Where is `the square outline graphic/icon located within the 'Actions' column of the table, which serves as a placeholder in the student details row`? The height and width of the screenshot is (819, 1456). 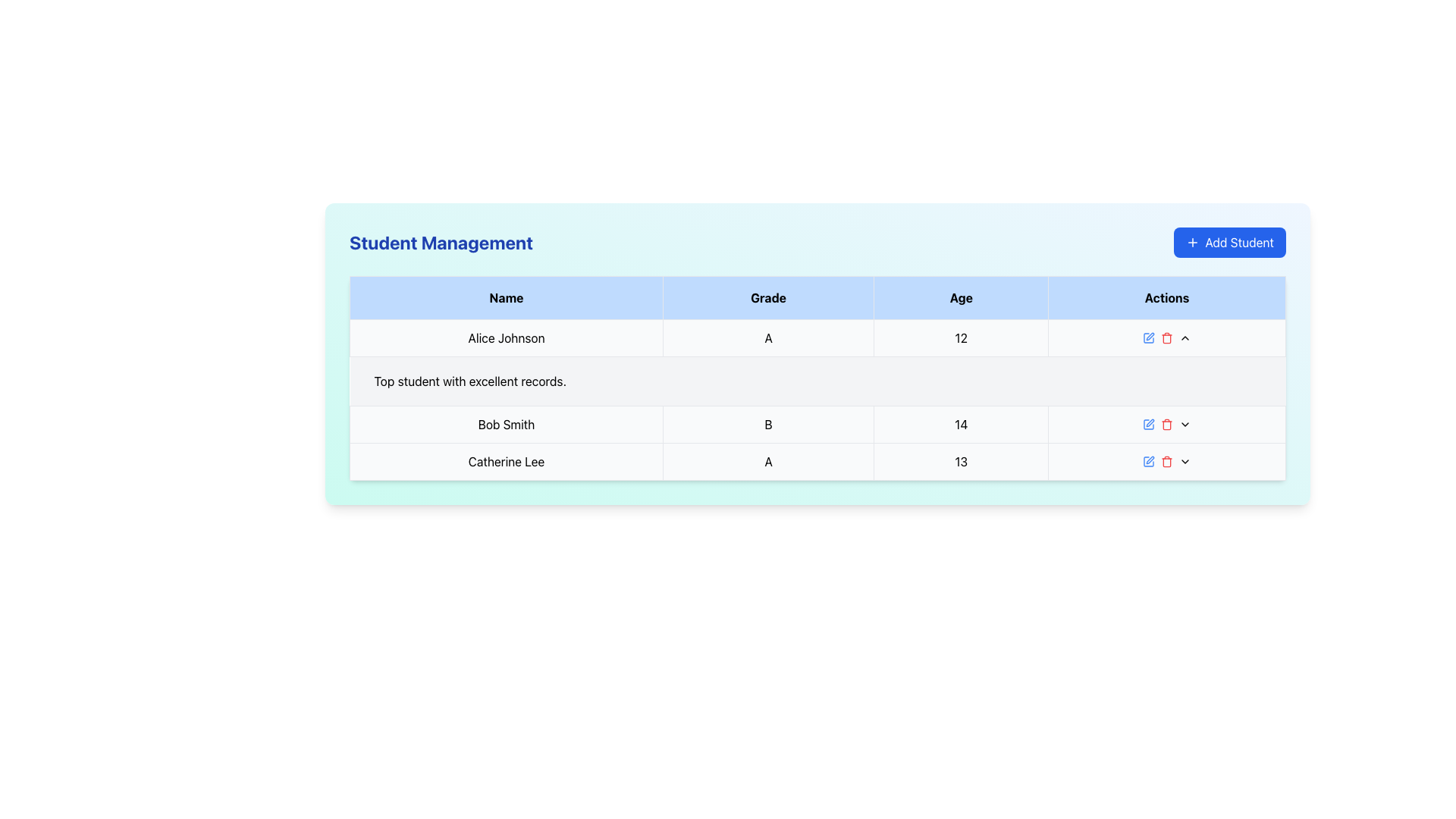
the square outline graphic/icon located within the 'Actions' column of the table, which serves as a placeholder in the student details row is located at coordinates (1149, 424).